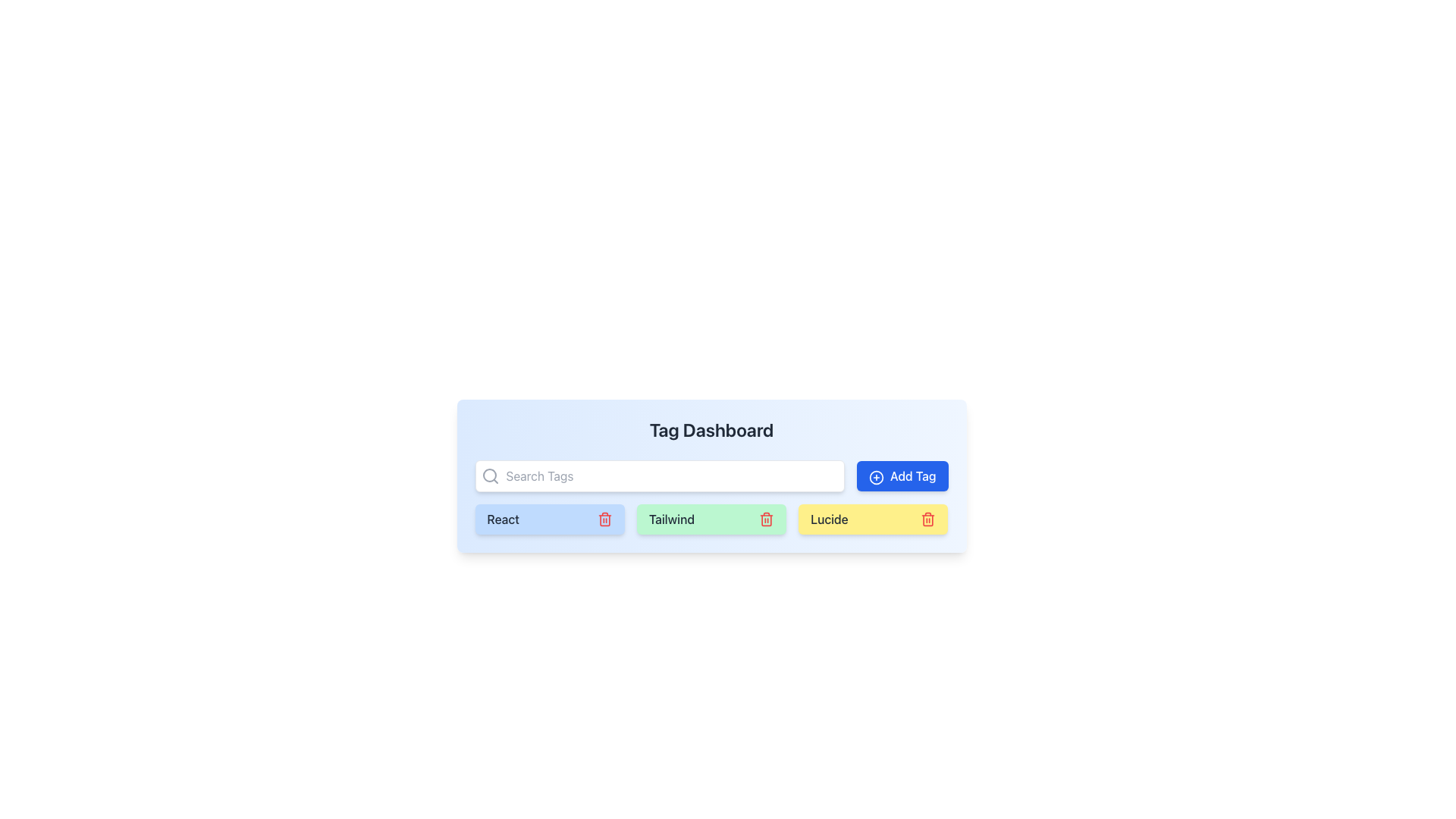 The image size is (1456, 819). I want to click on the circular blue icon with a plus symbol inside, located within the 'Add Tag' button, positioned to the right of the main search bar, so click(876, 476).